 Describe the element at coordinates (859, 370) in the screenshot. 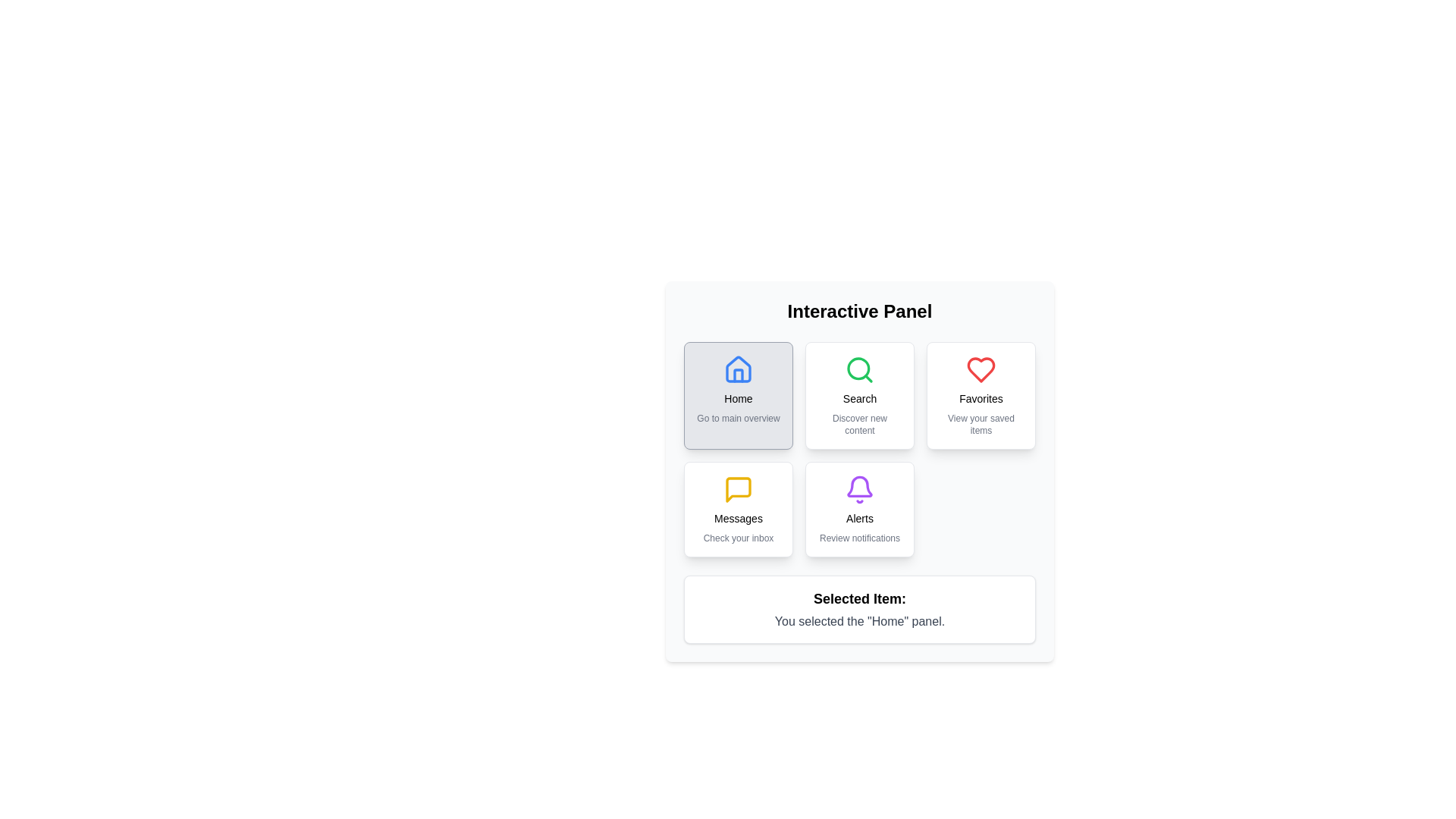

I see `the search icon with a green outline, which consists of a circle and a magnifying handle, located at the center of the top row in the interactive panel` at that location.